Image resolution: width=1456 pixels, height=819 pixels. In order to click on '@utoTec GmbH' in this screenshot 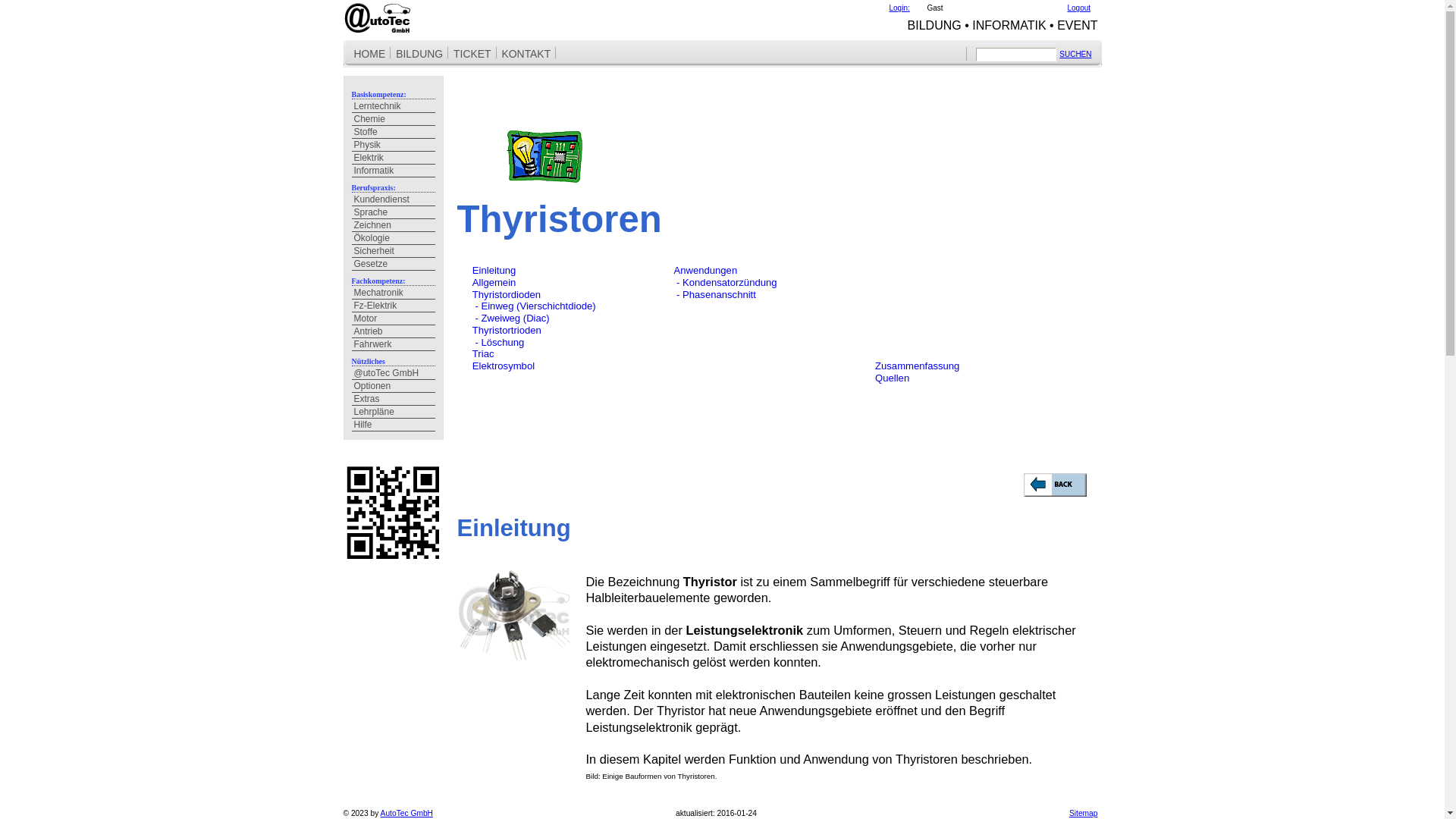, I will do `click(393, 373)`.